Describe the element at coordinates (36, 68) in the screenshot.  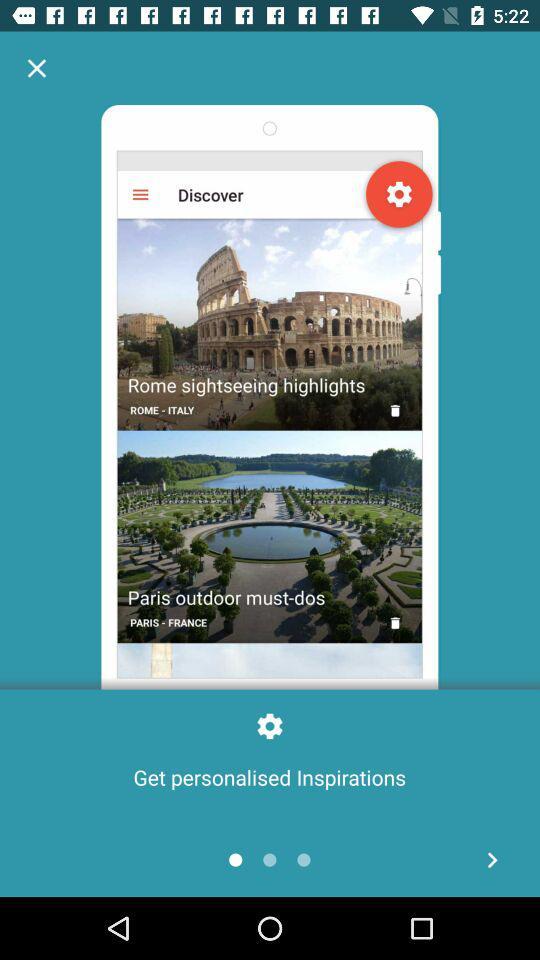
I see `exit the page` at that location.